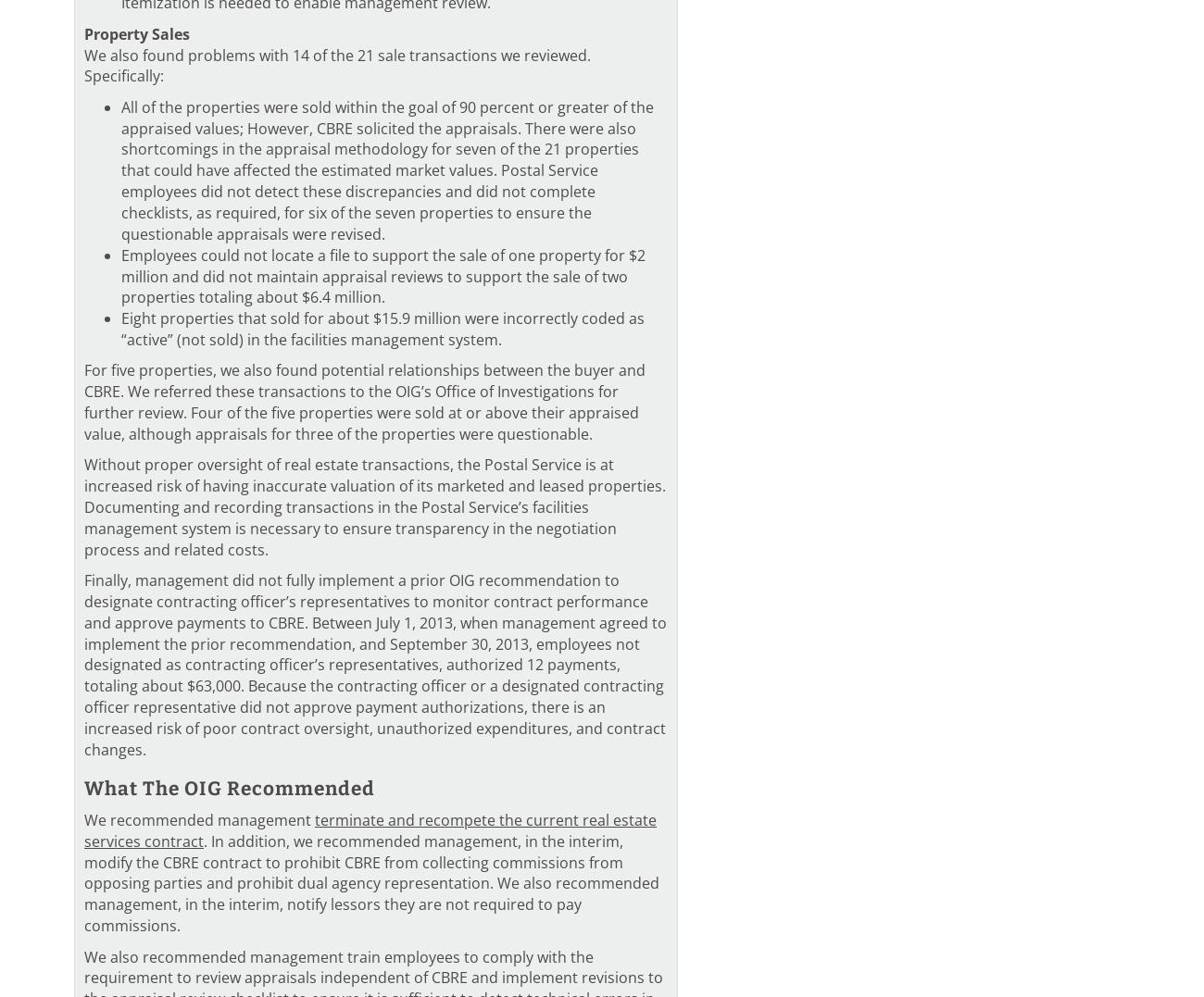 The height and width of the screenshot is (997, 1204). I want to click on 'Eight properties that sold for about $15.9 million were incorrectly coded as “active” (not sold) in the facilities management system.', so click(383, 328).